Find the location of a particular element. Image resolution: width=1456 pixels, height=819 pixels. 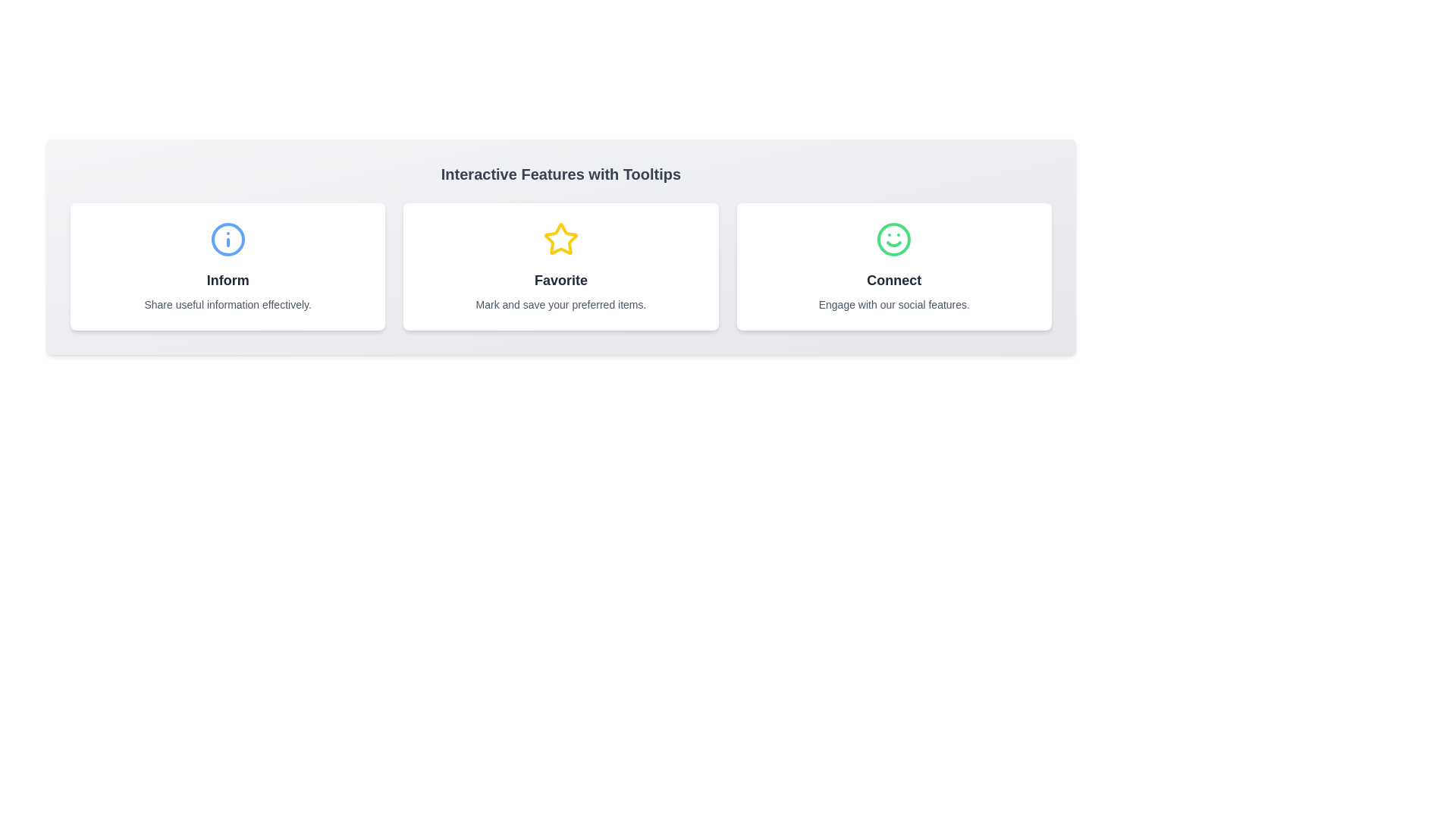

text content of the Text Label located at the bottom part of the 'Connect' card, centered horizontally below the 'Connect' header and the green smiley icon is located at coordinates (894, 304).